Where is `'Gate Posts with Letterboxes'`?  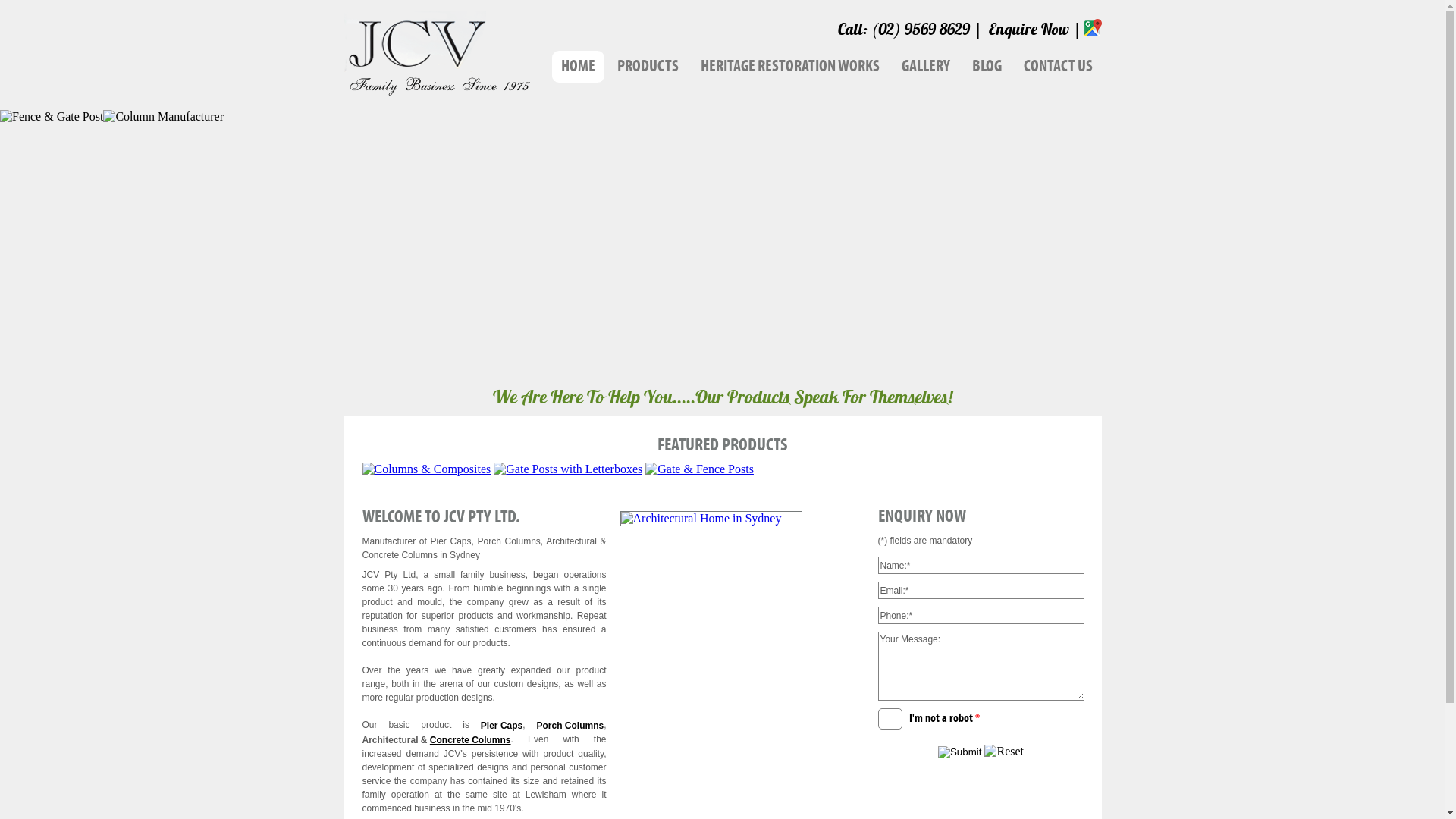
'Gate Posts with Letterboxes' is located at coordinates (566, 468).